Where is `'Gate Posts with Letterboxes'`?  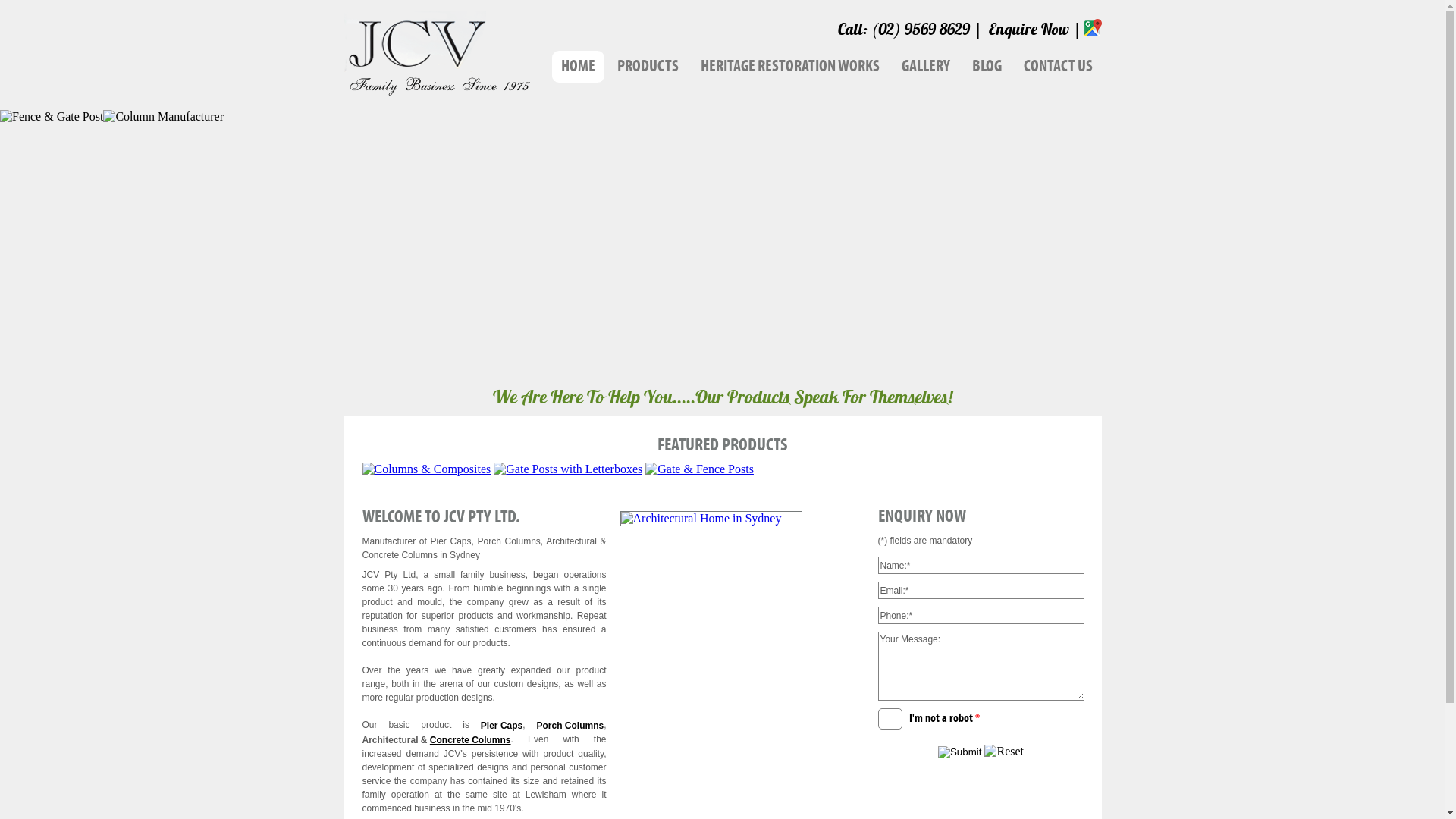
'Gate Posts with Letterboxes' is located at coordinates (566, 468).